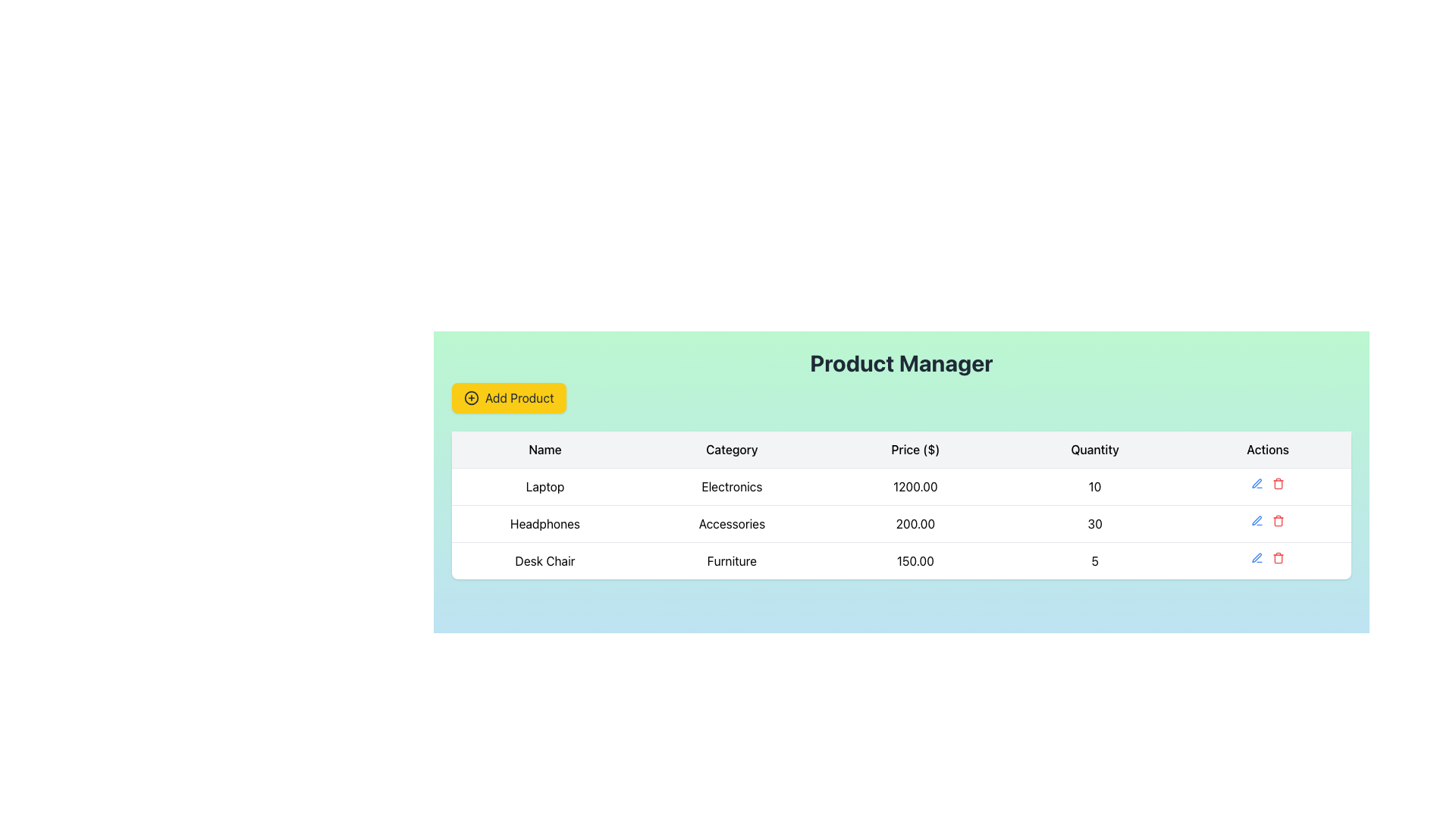 The height and width of the screenshot is (819, 1456). Describe the element at coordinates (471, 397) in the screenshot. I see `the circular component of the 'Add Product' icon, which is positioned above the product table` at that location.